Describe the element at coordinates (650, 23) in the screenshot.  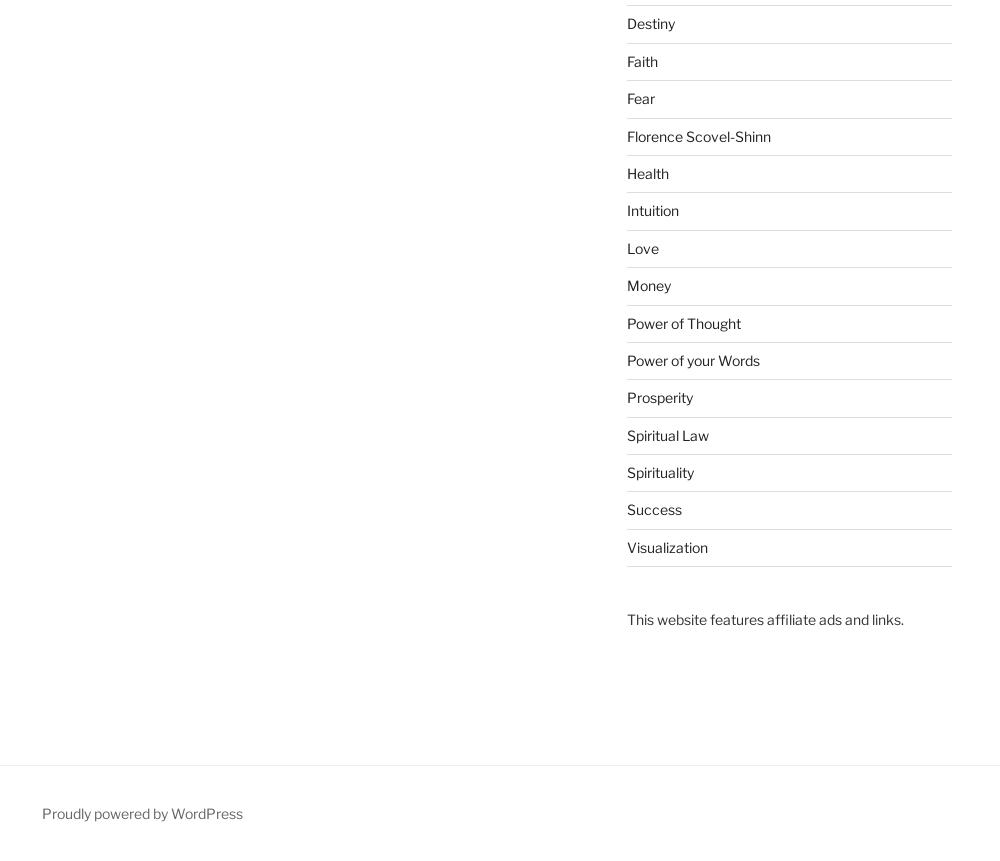
I see `'Destiny'` at that location.